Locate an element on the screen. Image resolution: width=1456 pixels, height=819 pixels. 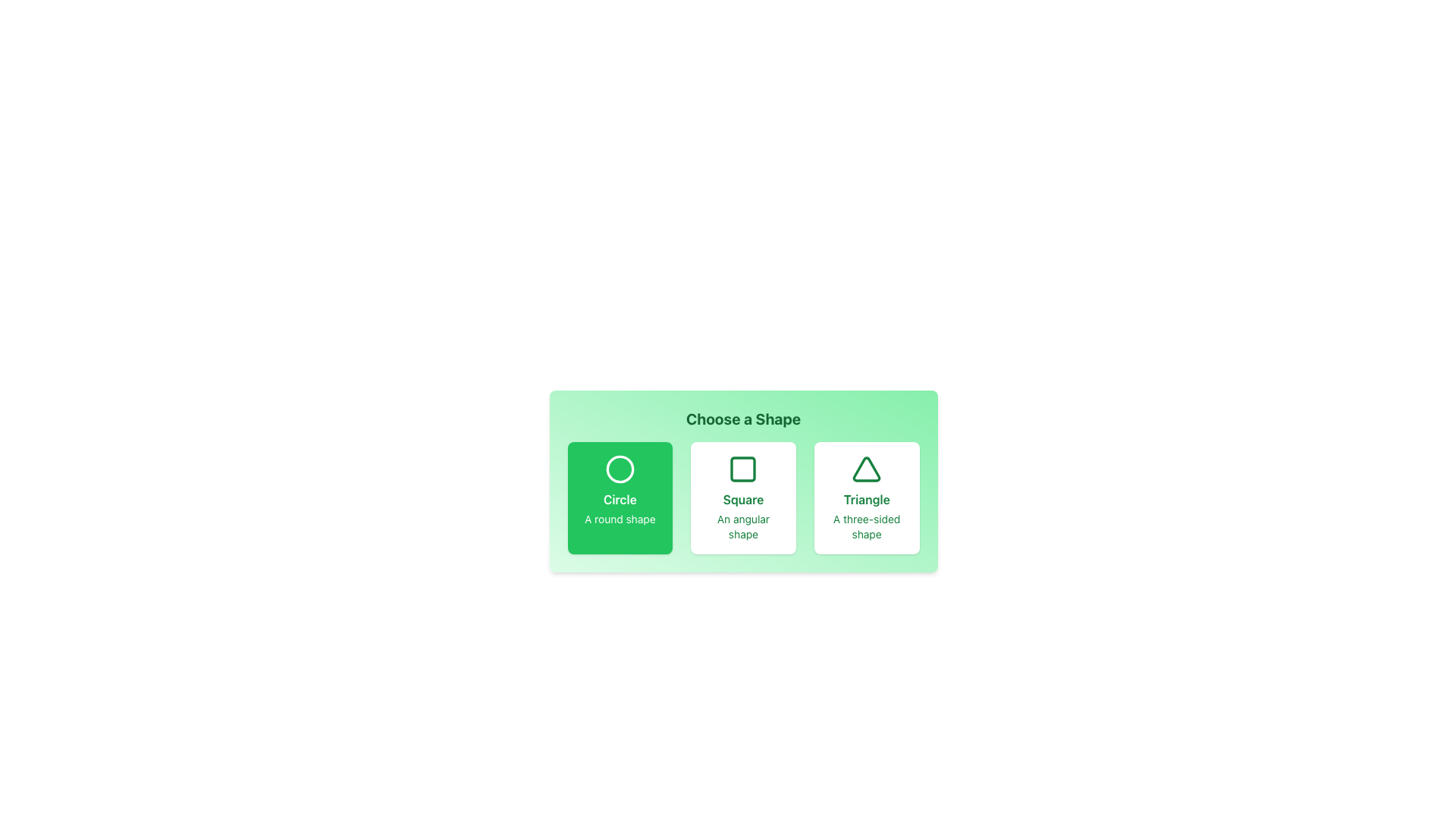
text label displaying 'An angular shape' located below the 'Square' label within the shape selection card for the 'Square' option is located at coordinates (743, 526).